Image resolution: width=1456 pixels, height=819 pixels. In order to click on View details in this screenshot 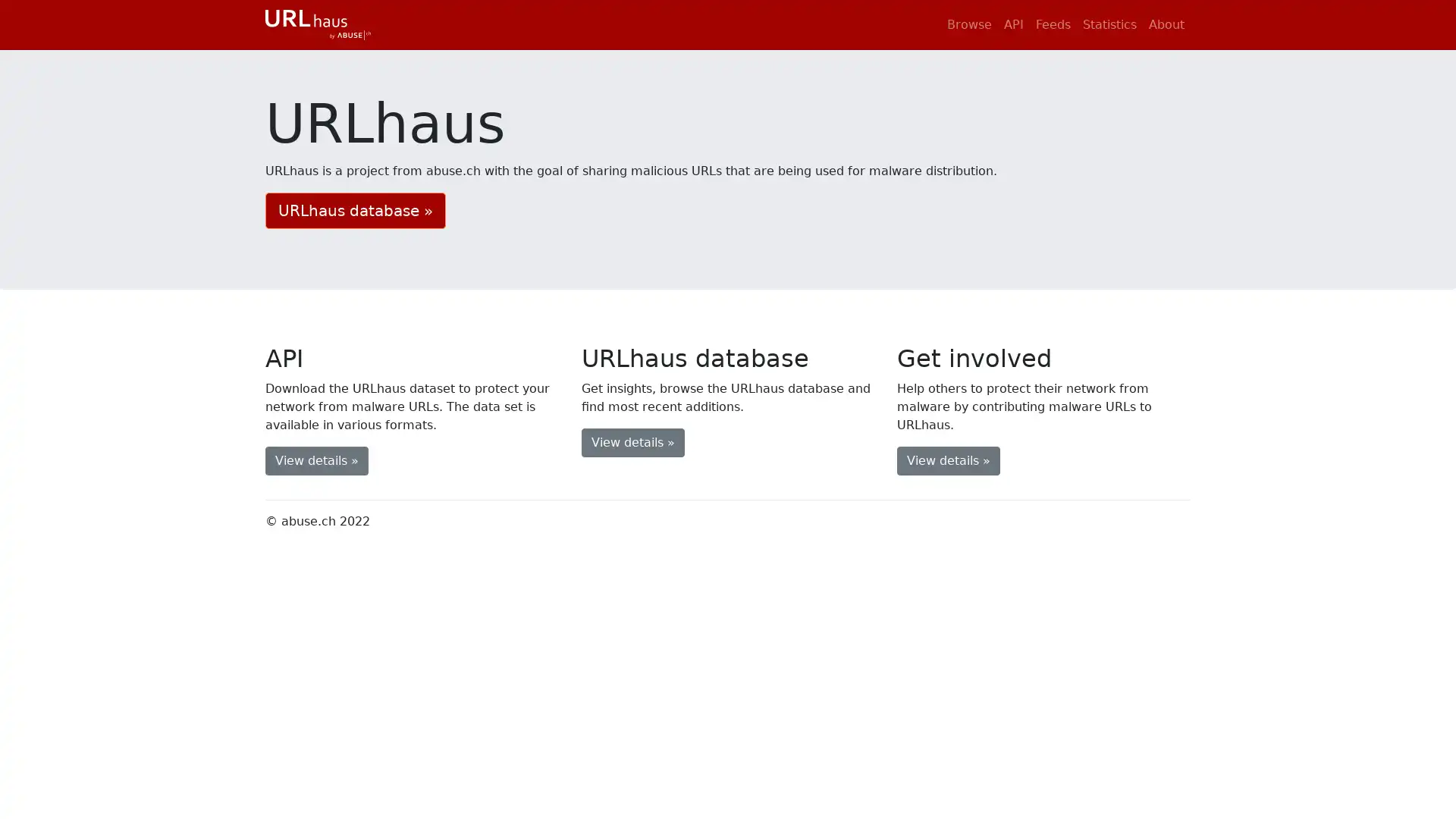, I will do `click(632, 441)`.